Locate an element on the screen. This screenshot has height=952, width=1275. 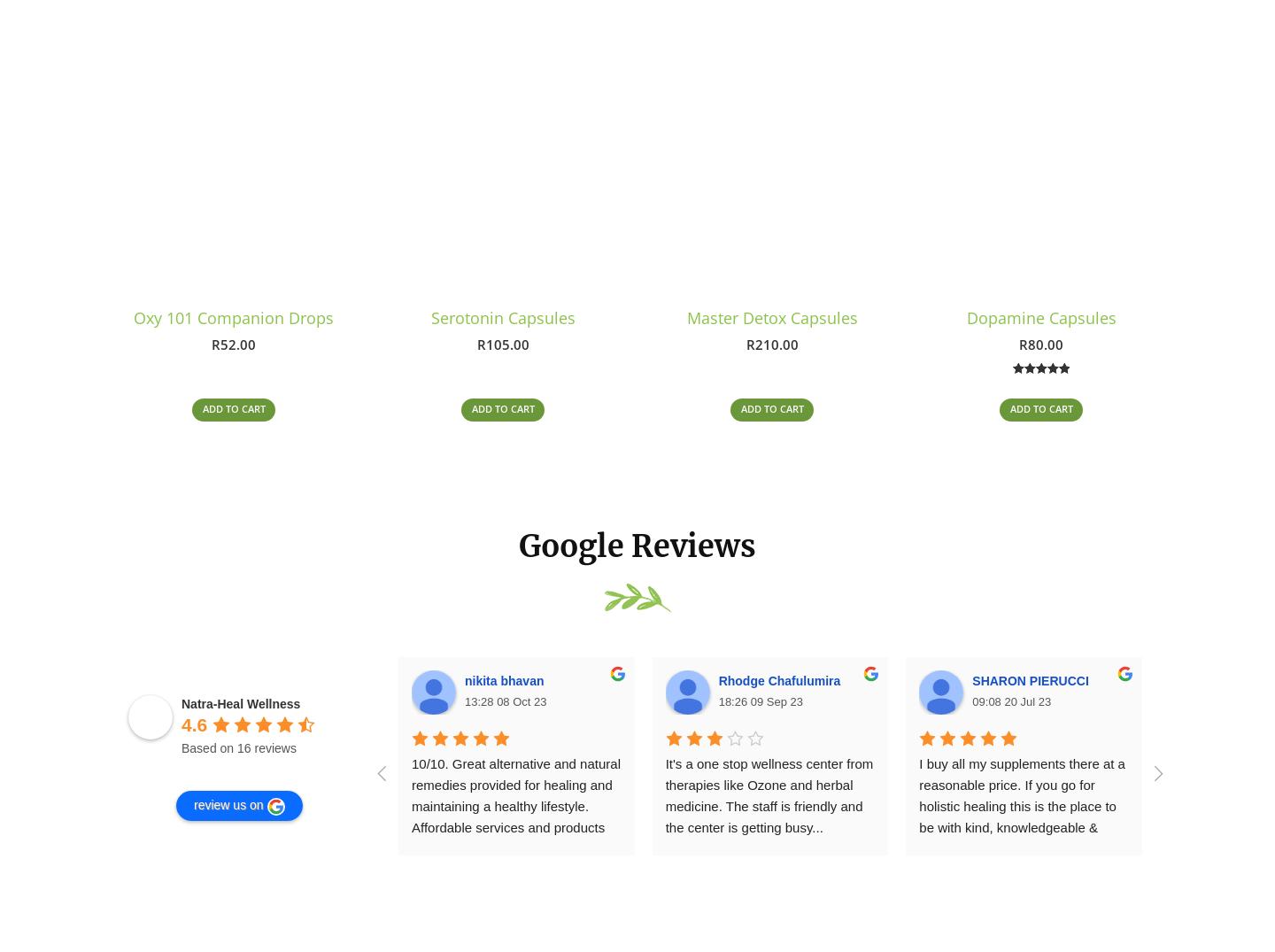
'Master Detox Capsules' is located at coordinates (770, 321).